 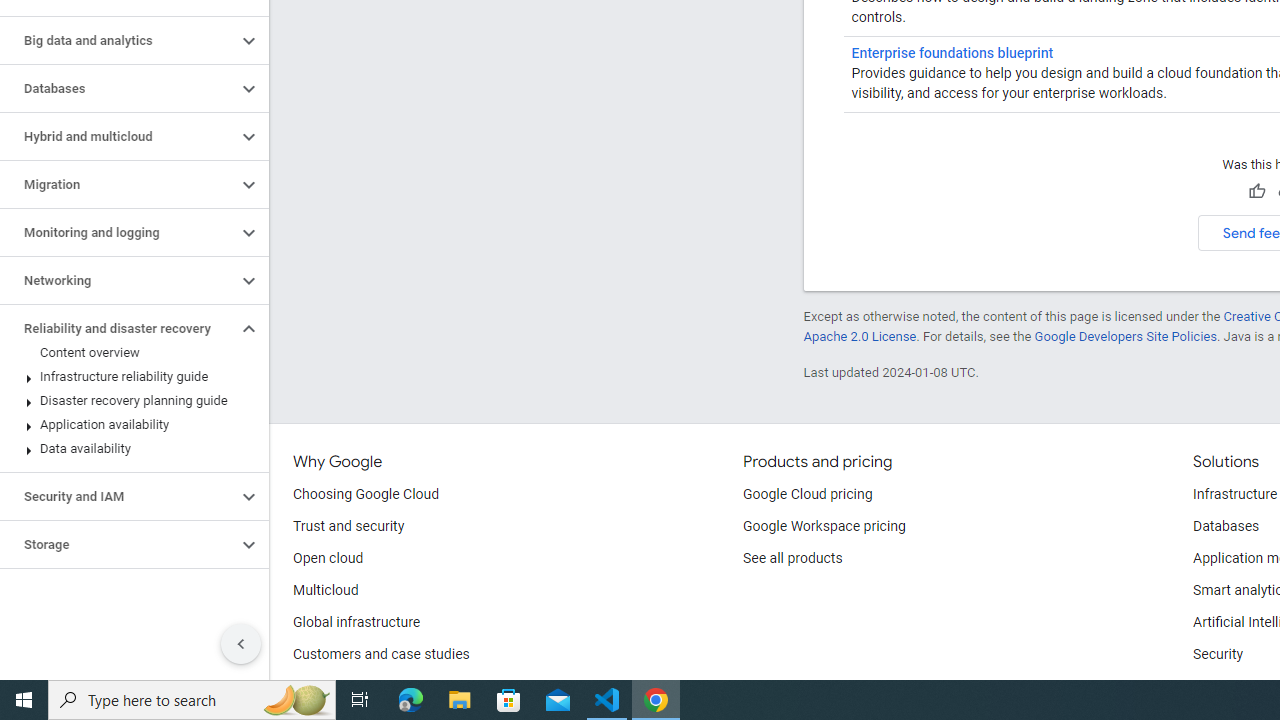 What do you see at coordinates (1217, 655) in the screenshot?
I see `'Security'` at bounding box center [1217, 655].